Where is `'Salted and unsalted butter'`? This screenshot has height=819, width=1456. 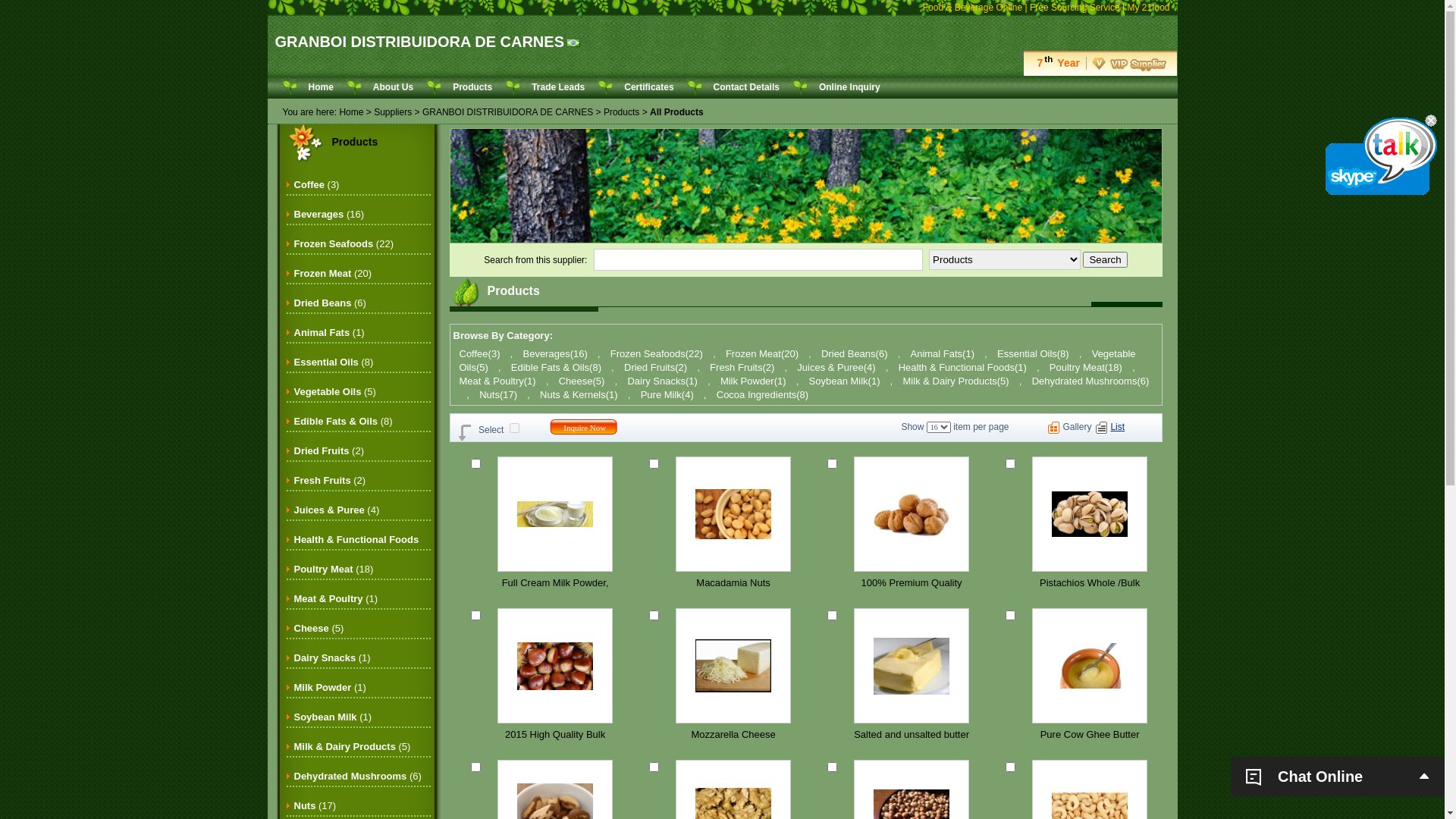
'Salted and unsalted butter' is located at coordinates (911, 733).